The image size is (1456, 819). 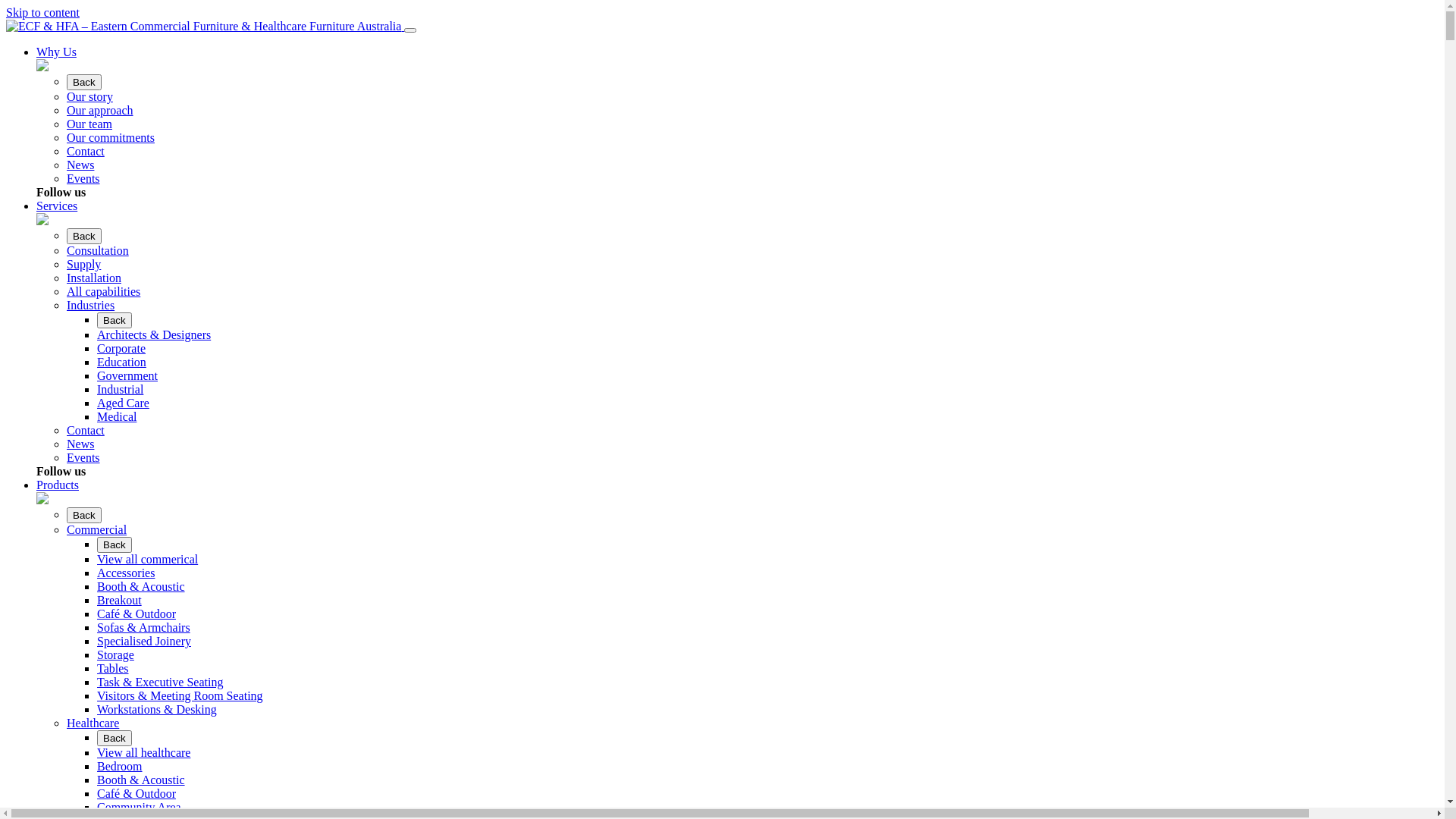 What do you see at coordinates (56, 51) in the screenshot?
I see `'Why Us'` at bounding box center [56, 51].